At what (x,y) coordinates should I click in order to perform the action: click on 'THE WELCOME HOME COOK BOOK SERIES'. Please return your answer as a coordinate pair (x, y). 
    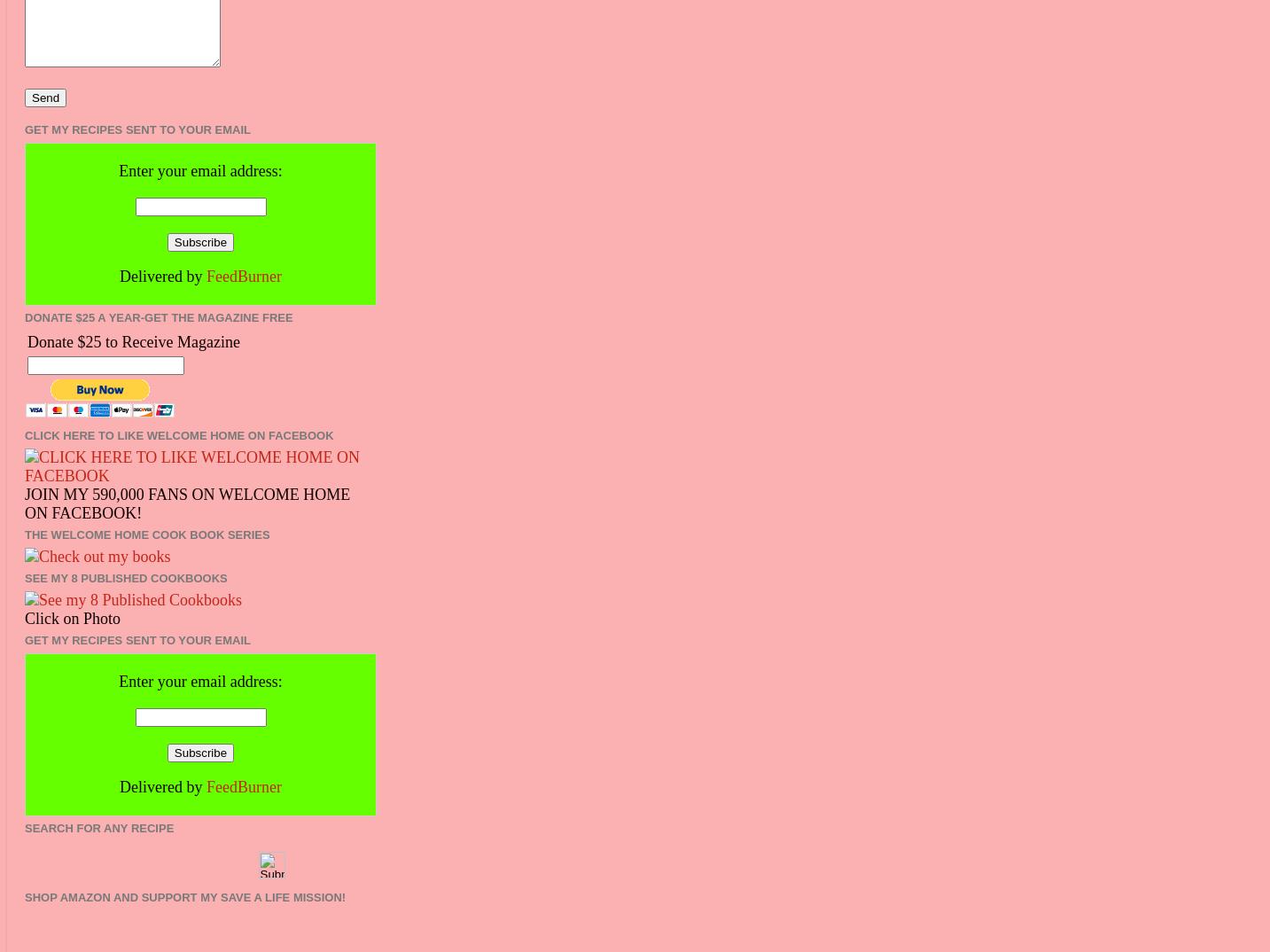
    Looking at the image, I should click on (23, 535).